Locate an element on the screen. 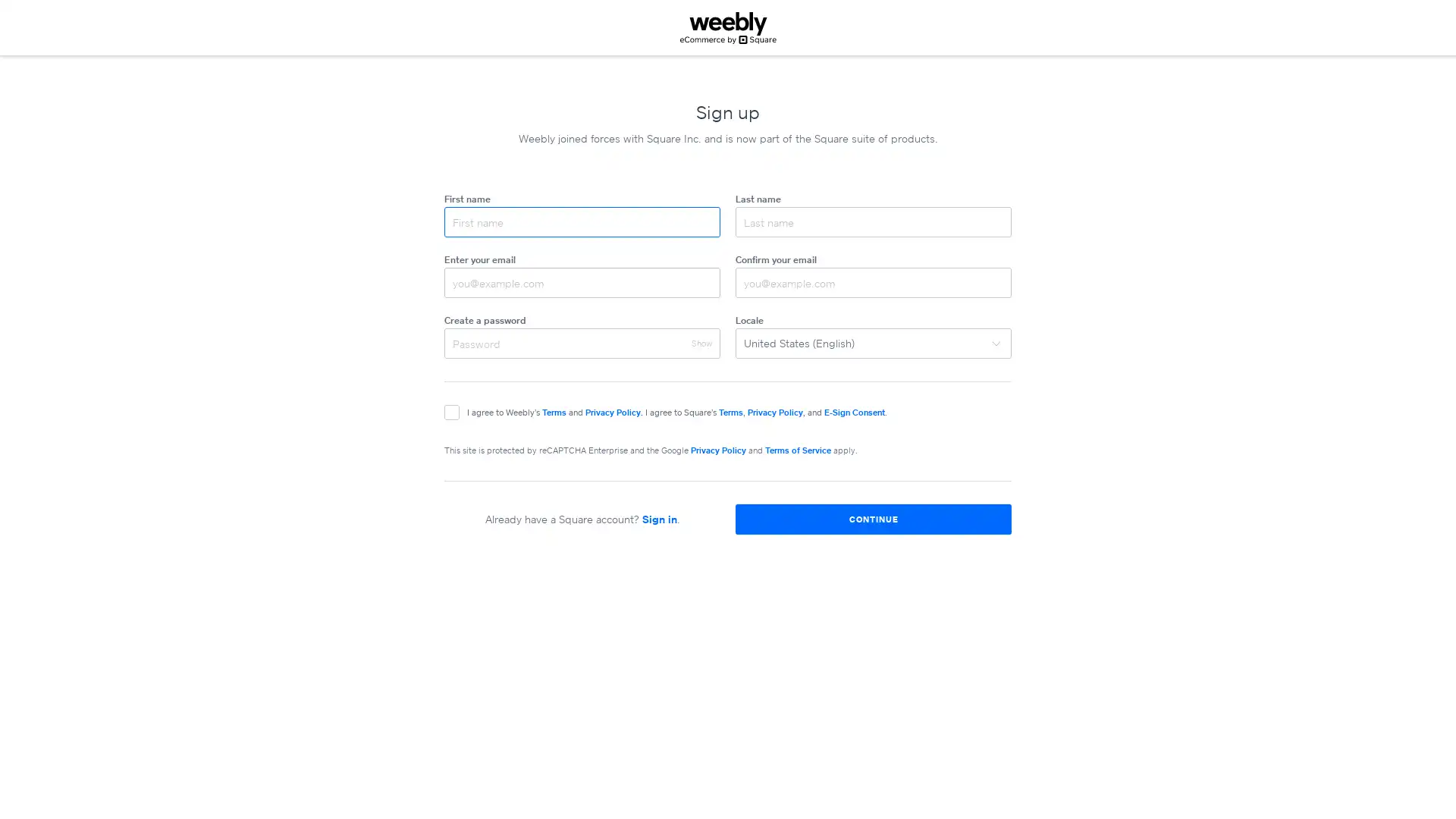 The height and width of the screenshot is (819, 1456). CONTINUE is located at coordinates (874, 519).